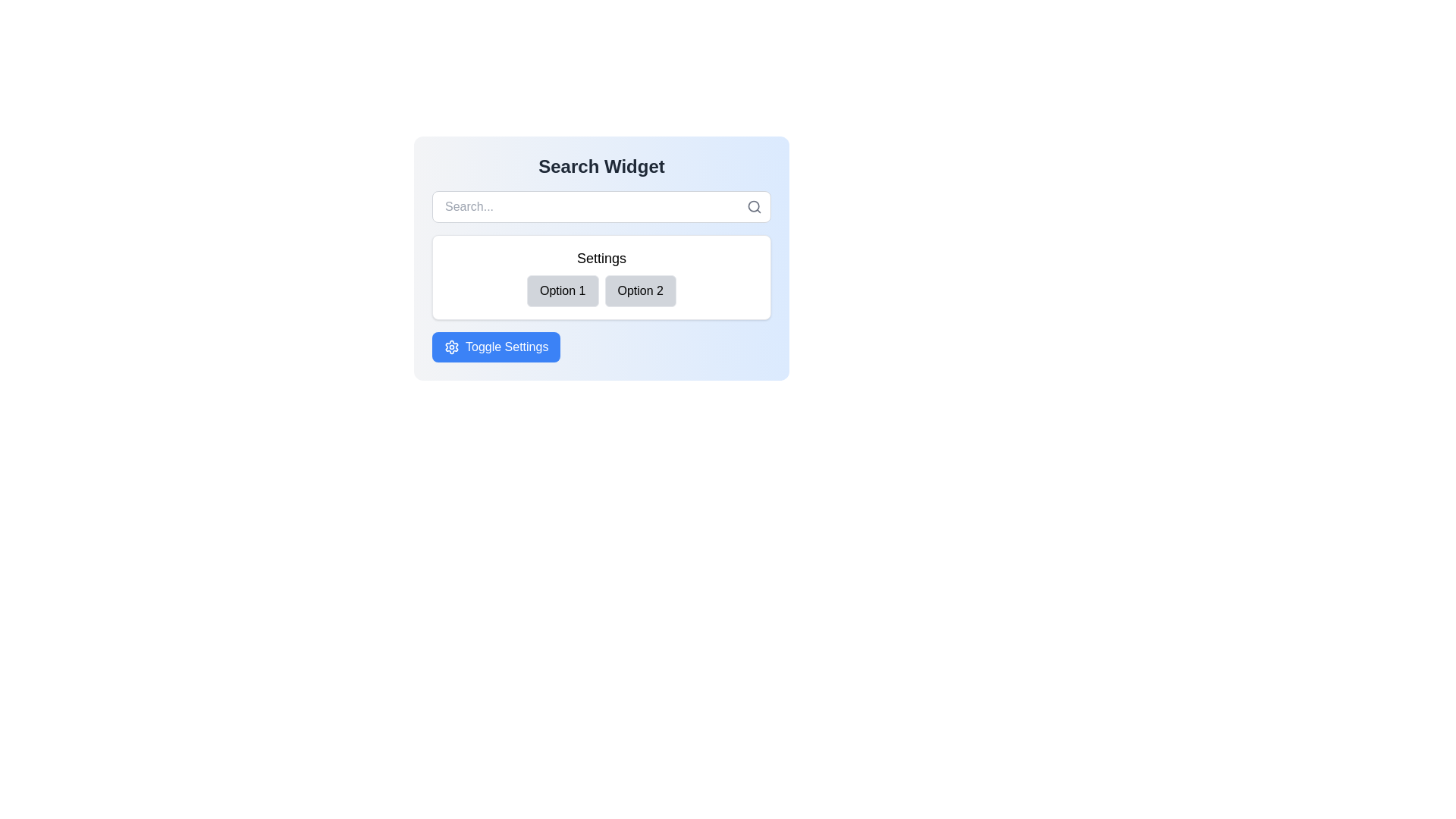  Describe the element at coordinates (754, 206) in the screenshot. I see `the circular part of the magnifying glass icon at the end of the search bar to initiate the search action` at that location.